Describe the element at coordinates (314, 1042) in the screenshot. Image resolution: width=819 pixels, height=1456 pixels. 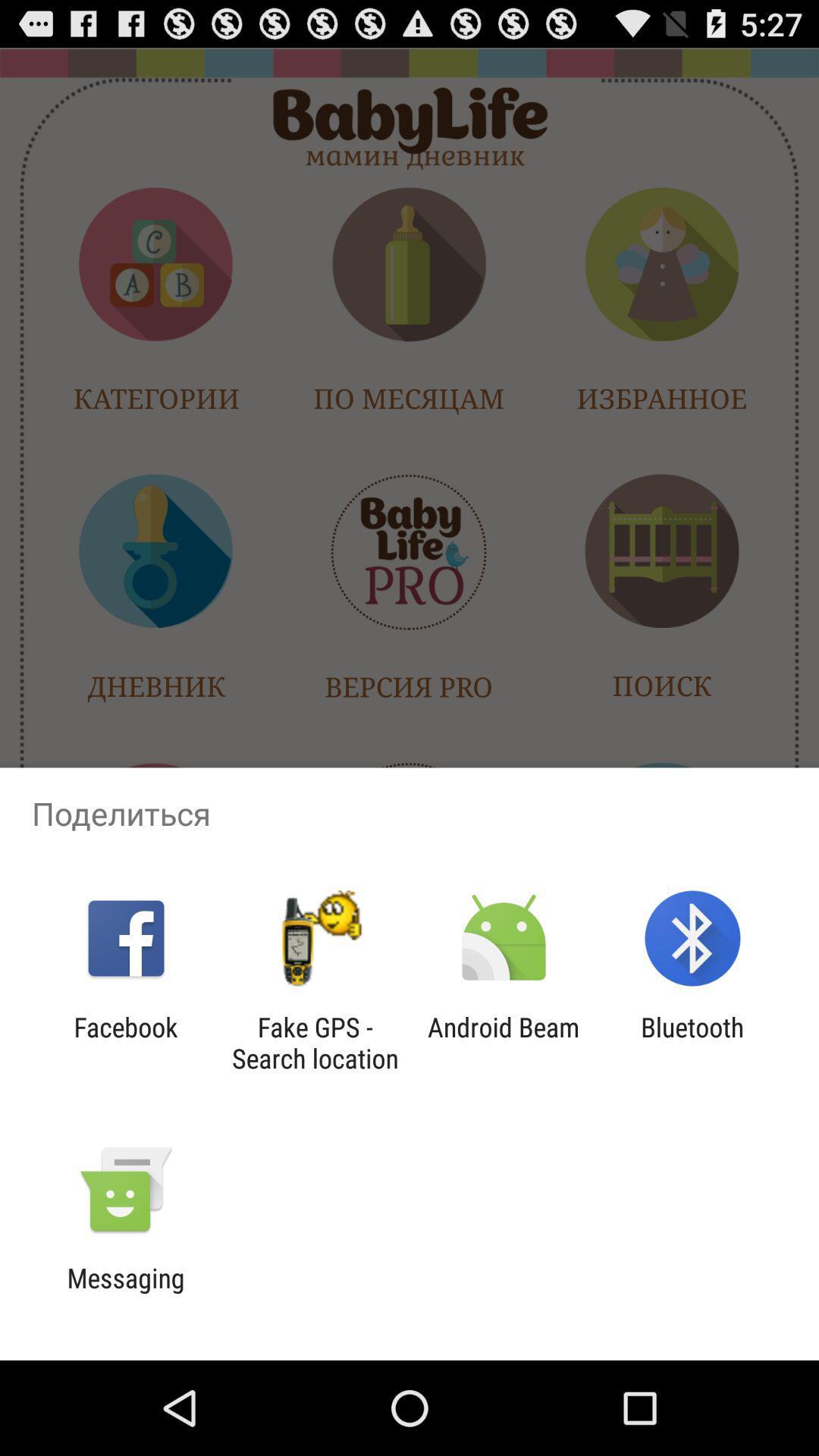
I see `the app next to android beam app` at that location.